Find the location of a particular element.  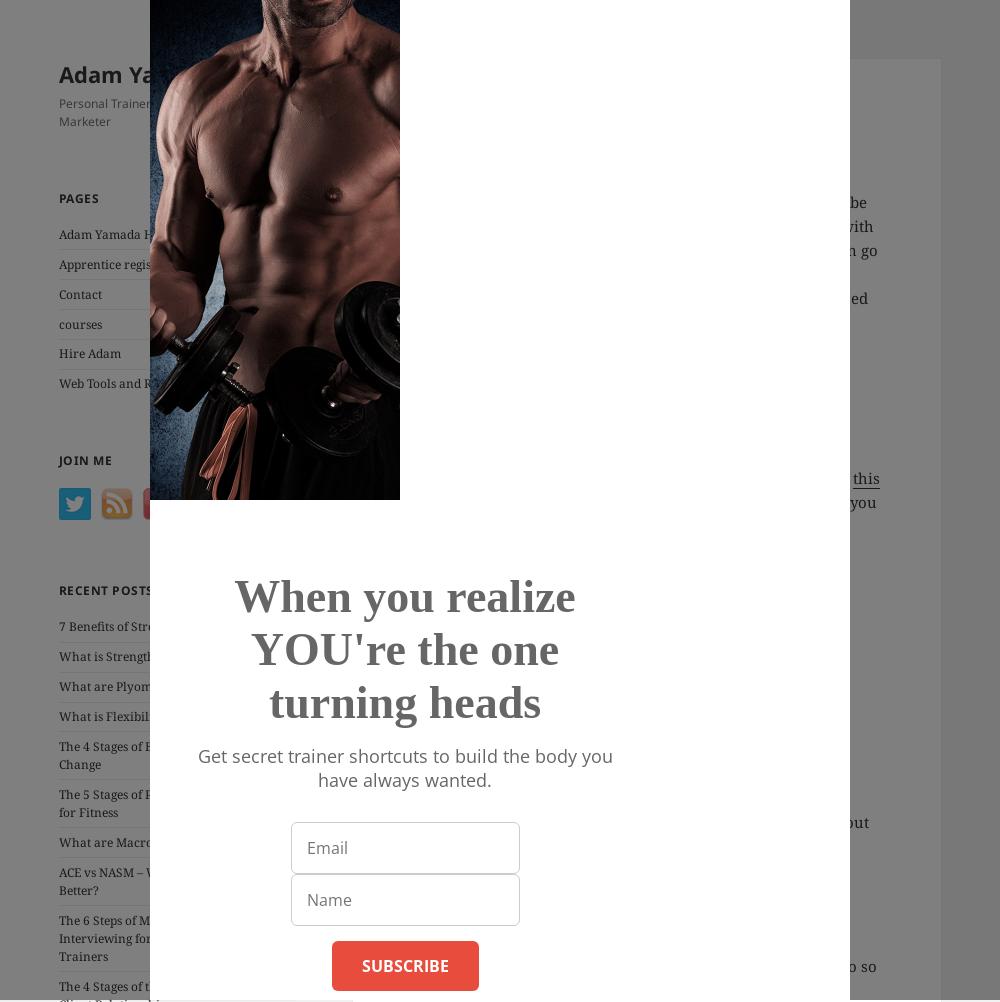

'to get a better idea about their services and why I recommended NameSiloto so many people.' is located at coordinates (643, 964).